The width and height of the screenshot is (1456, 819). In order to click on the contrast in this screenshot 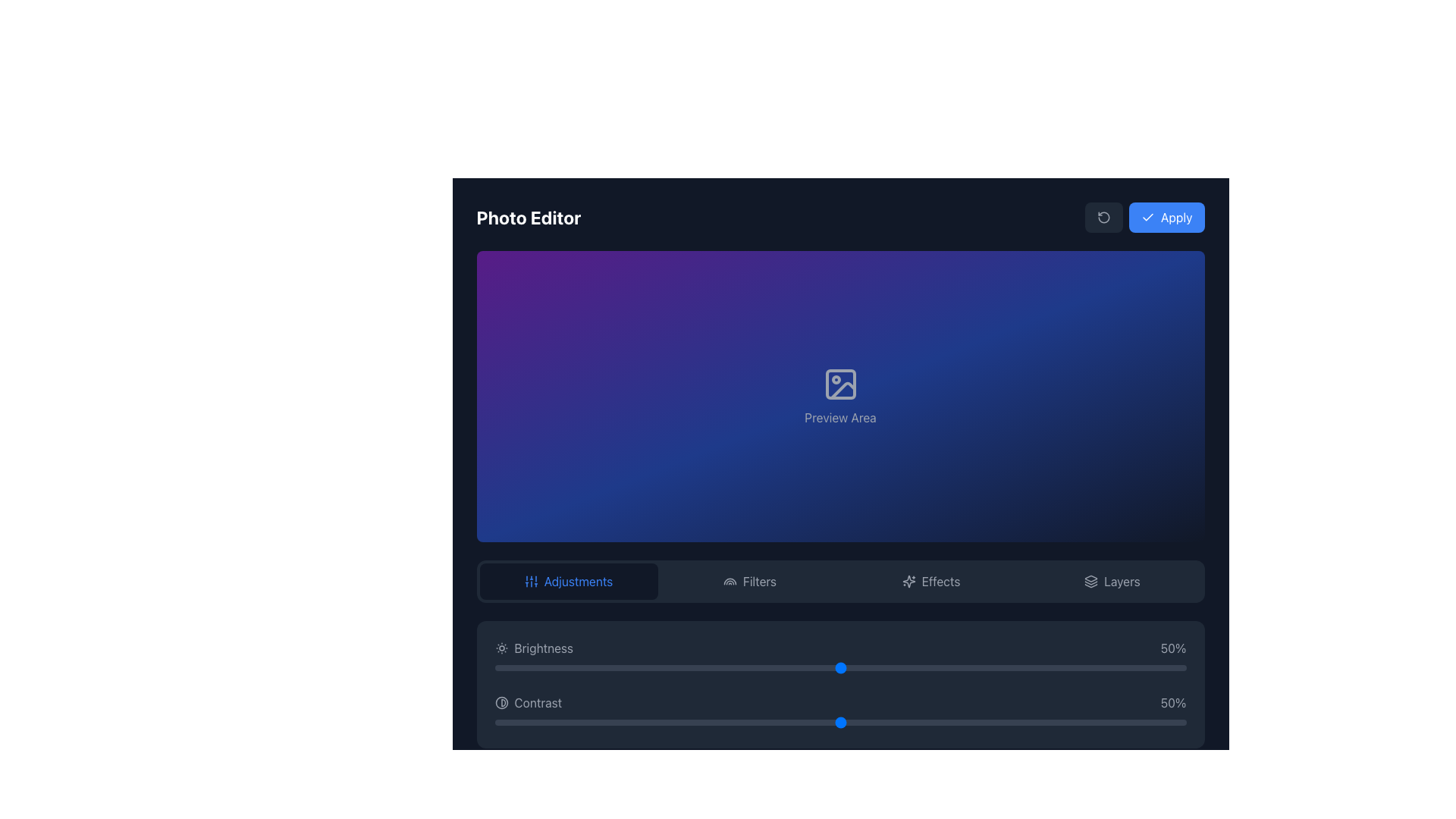, I will do `click(1131, 721)`.